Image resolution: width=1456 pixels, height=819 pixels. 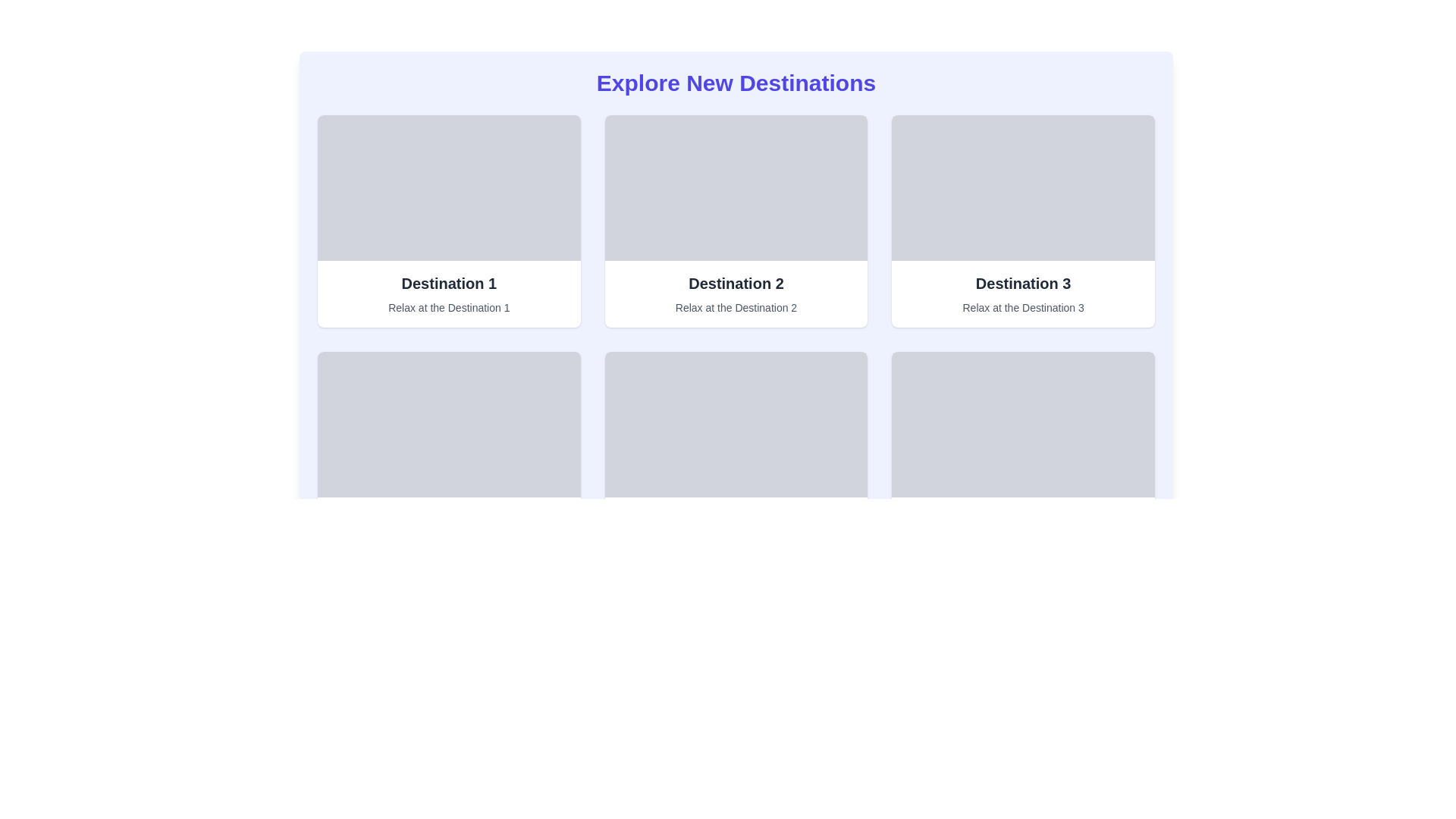 I want to click on the details of the Card component containing text and a placeholder image, which features a white background, rounded corners, and text elements including 'Destination 3' and 'Relax at the Destination 3', so click(x=1023, y=221).